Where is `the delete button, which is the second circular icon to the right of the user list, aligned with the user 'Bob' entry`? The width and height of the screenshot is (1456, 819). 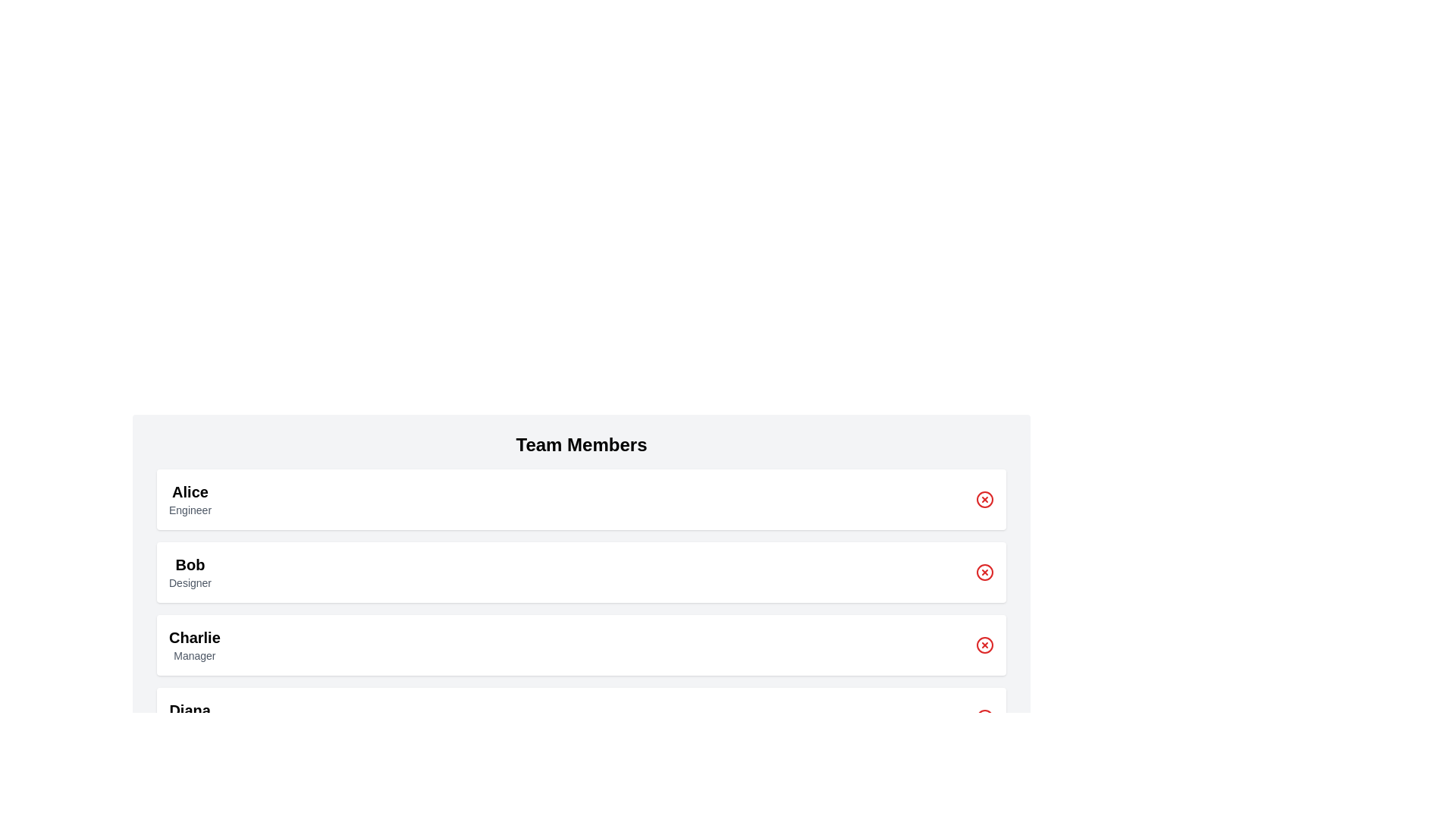
the delete button, which is the second circular icon to the right of the user list, aligned with the user 'Bob' entry is located at coordinates (985, 573).